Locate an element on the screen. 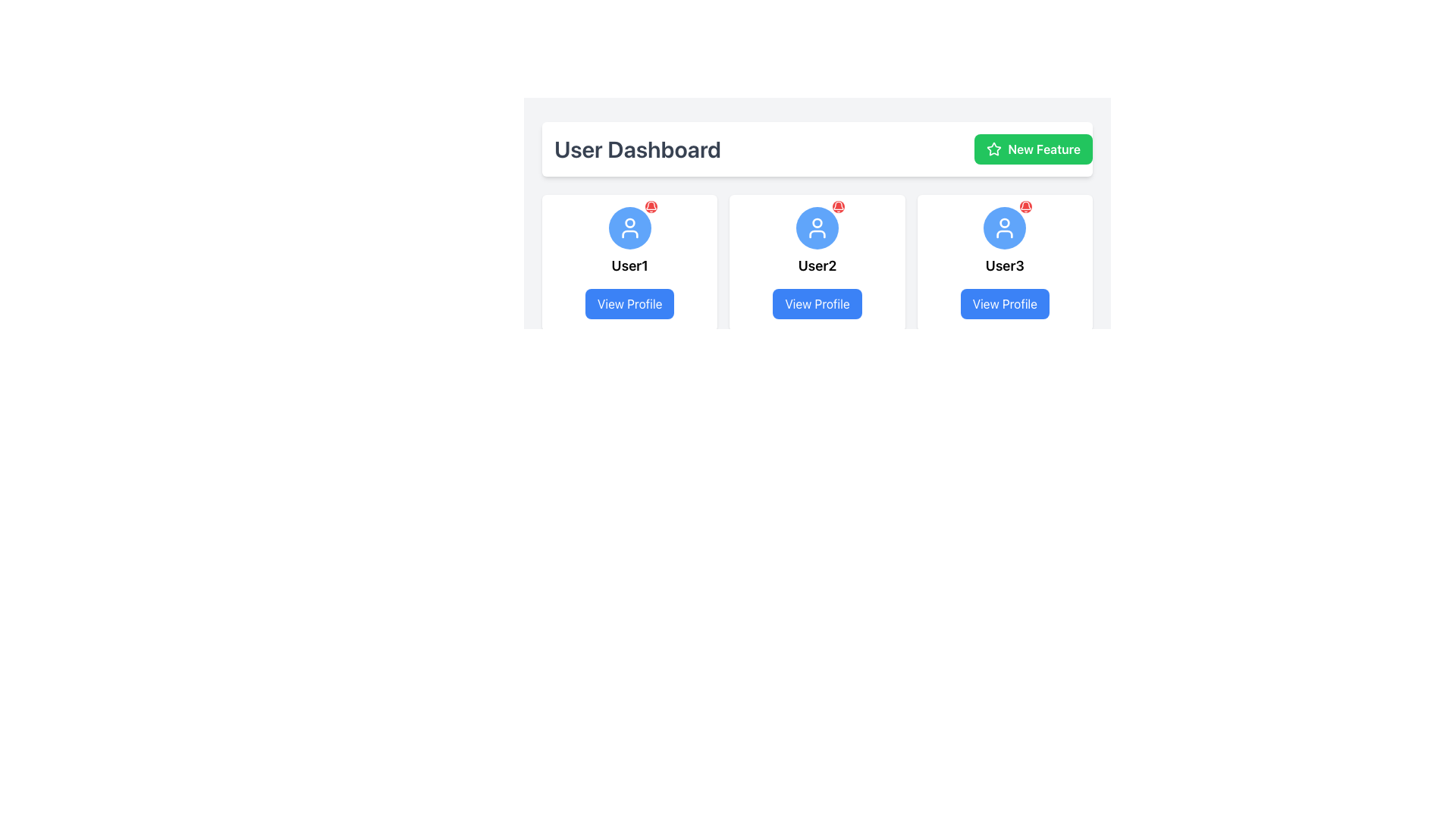 This screenshot has height=819, width=1456. the first card in the grid layout under the 'User Dashboard' header is located at coordinates (629, 262).